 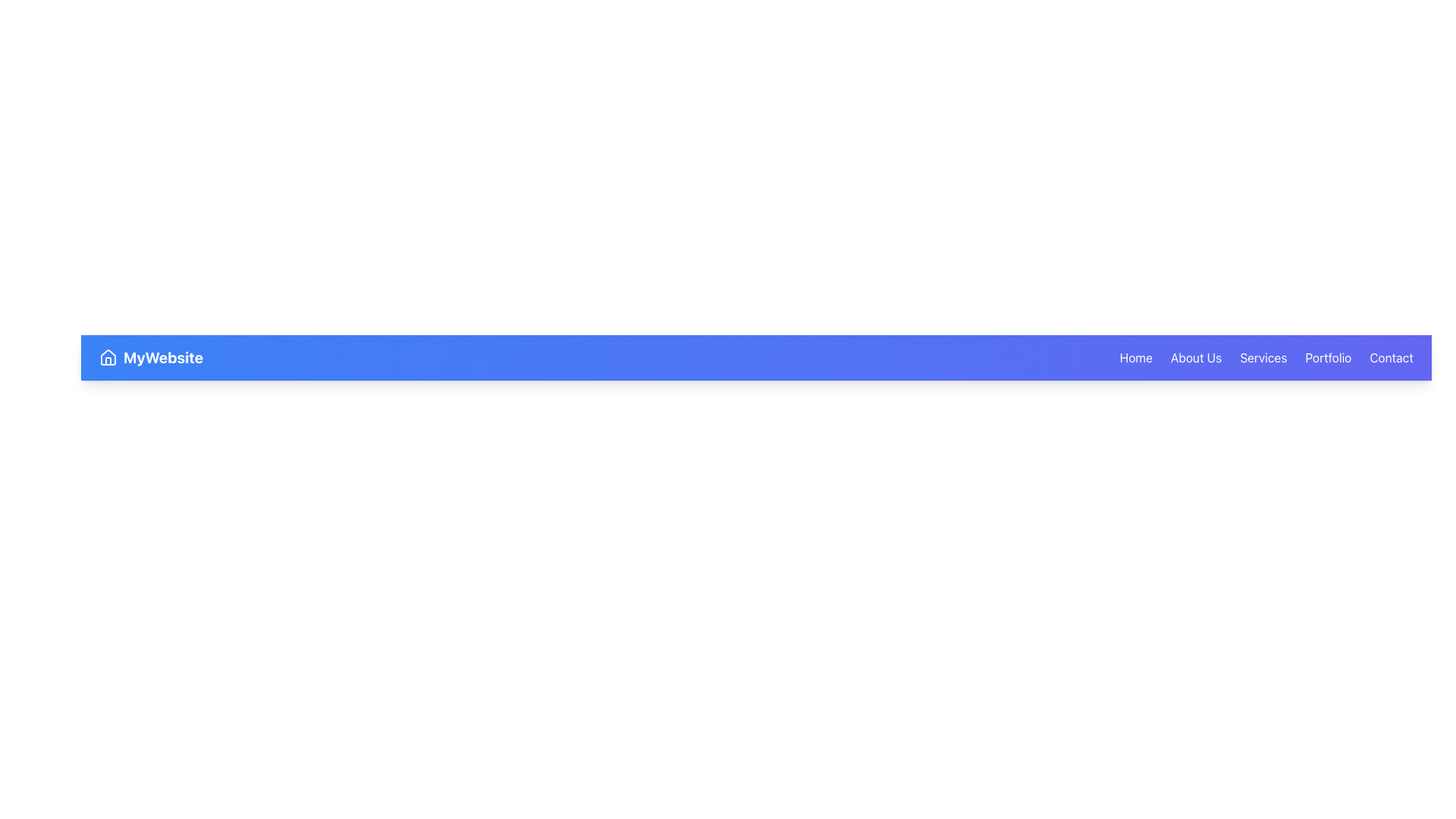 What do you see at coordinates (108, 357) in the screenshot?
I see `the leftmost icon in the navigation bar, which serves as a button or link` at bounding box center [108, 357].